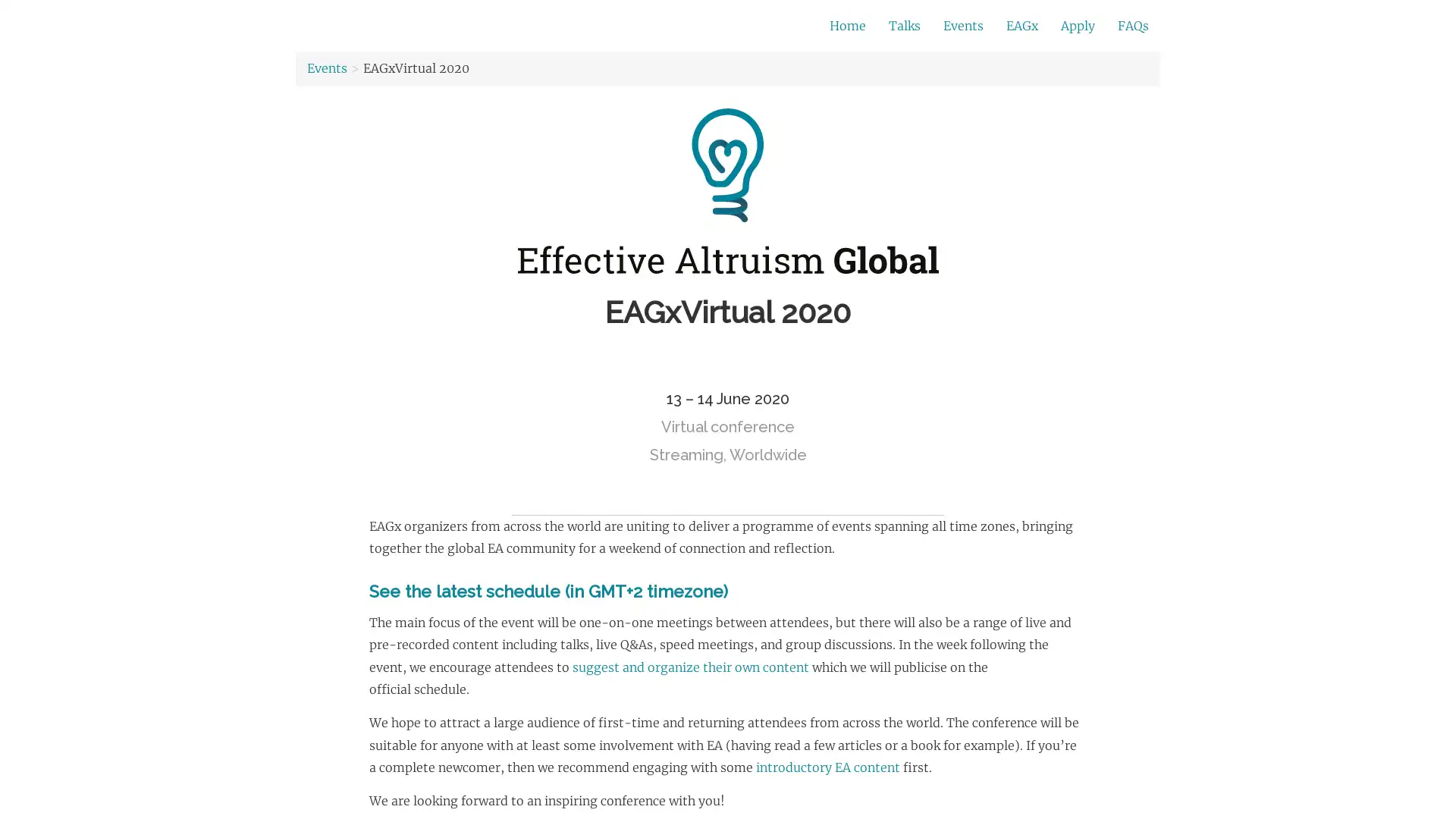 This screenshot has height=819, width=1456. I want to click on Get occasional emails about effective altruism, so click(600, 26).